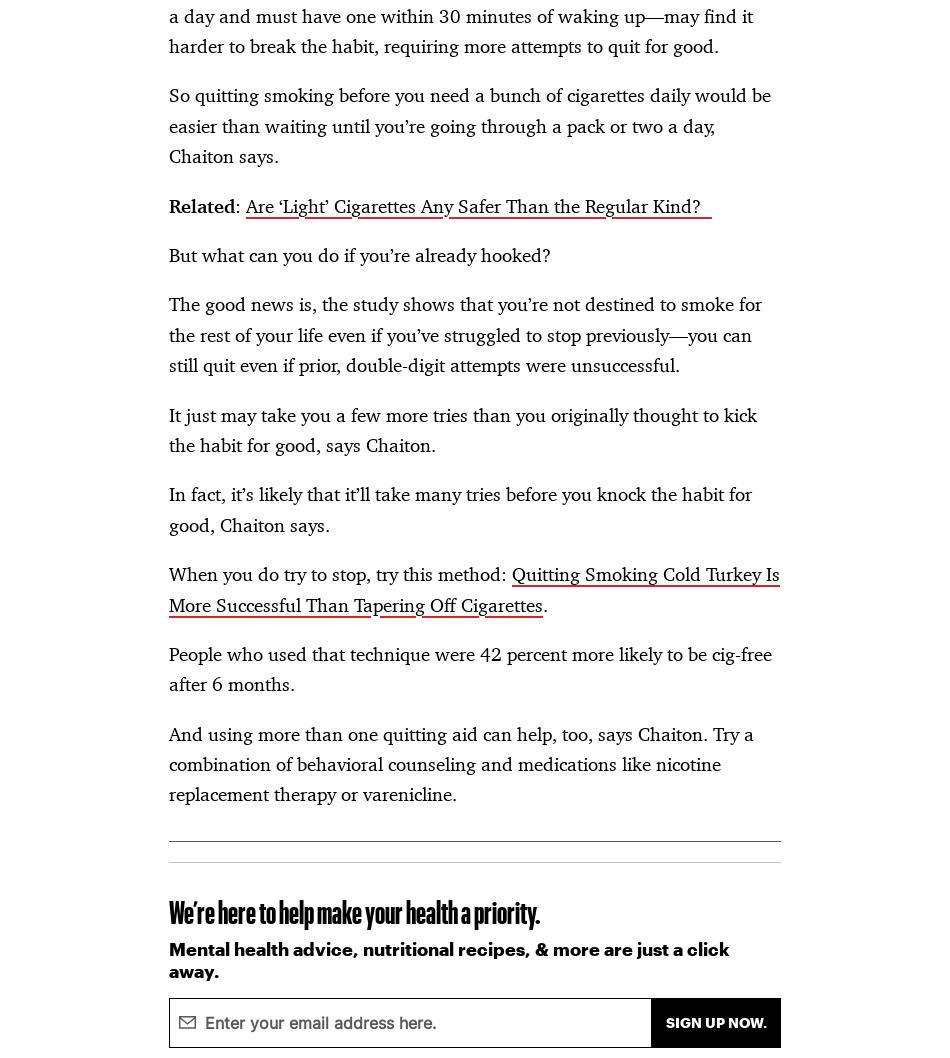 This screenshot has width=950, height=1058. I want to click on 'CA Notice at Collection', so click(159, 383).